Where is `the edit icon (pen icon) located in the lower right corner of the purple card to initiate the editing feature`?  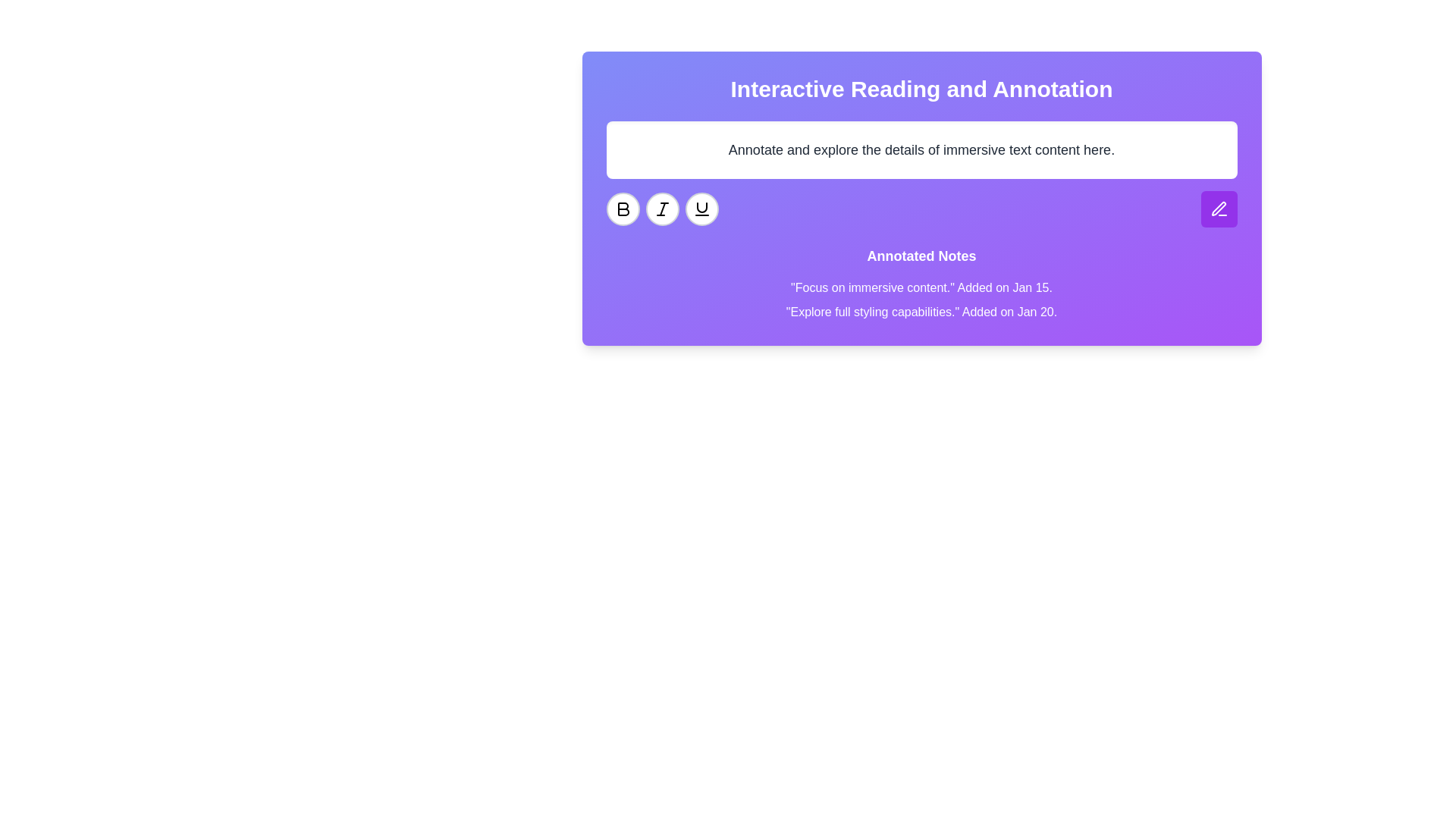 the edit icon (pen icon) located in the lower right corner of the purple card to initiate the editing feature is located at coordinates (1219, 209).